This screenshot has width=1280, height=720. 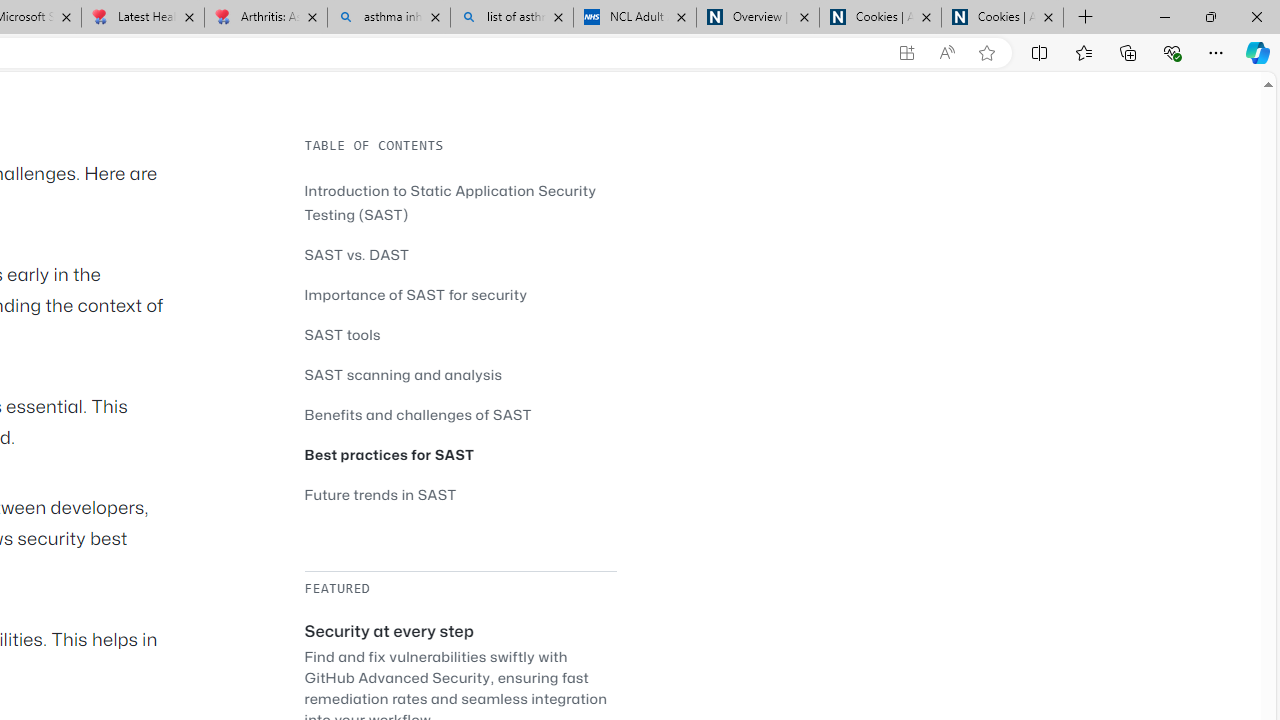 I want to click on 'Future trends in SAST', so click(x=380, y=494).